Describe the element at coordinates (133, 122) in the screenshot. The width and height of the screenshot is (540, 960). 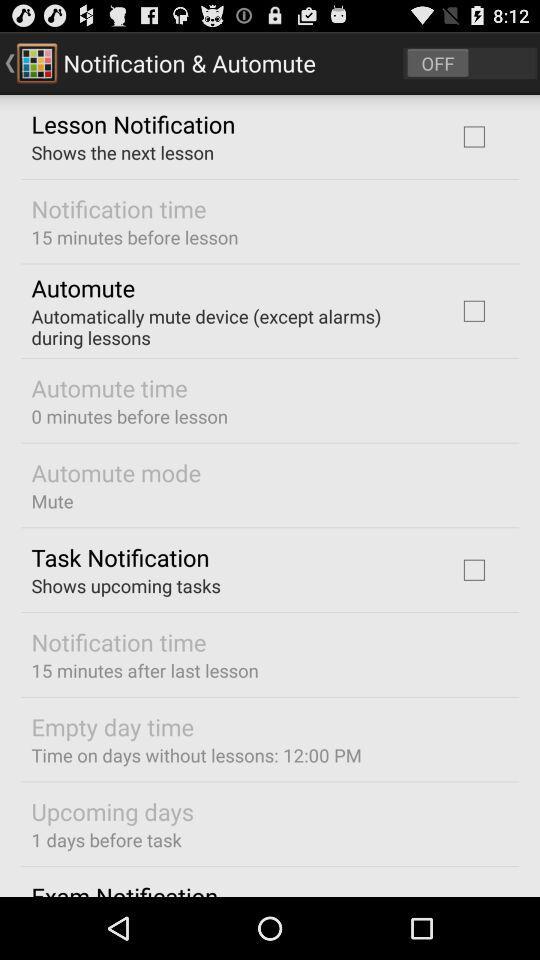
I see `the lesson notification` at that location.